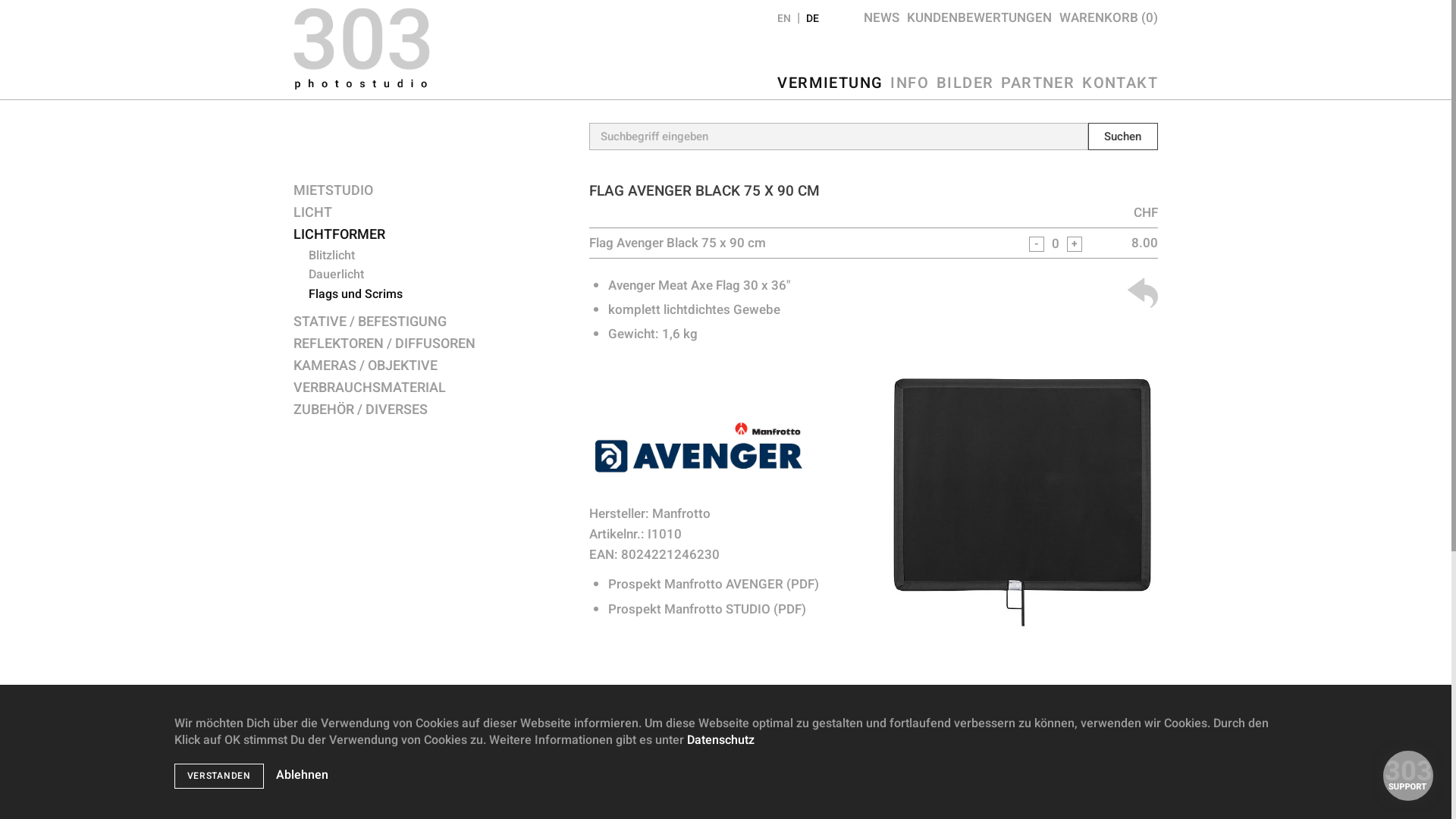  Describe the element at coordinates (783, 18) in the screenshot. I see `'EN'` at that location.